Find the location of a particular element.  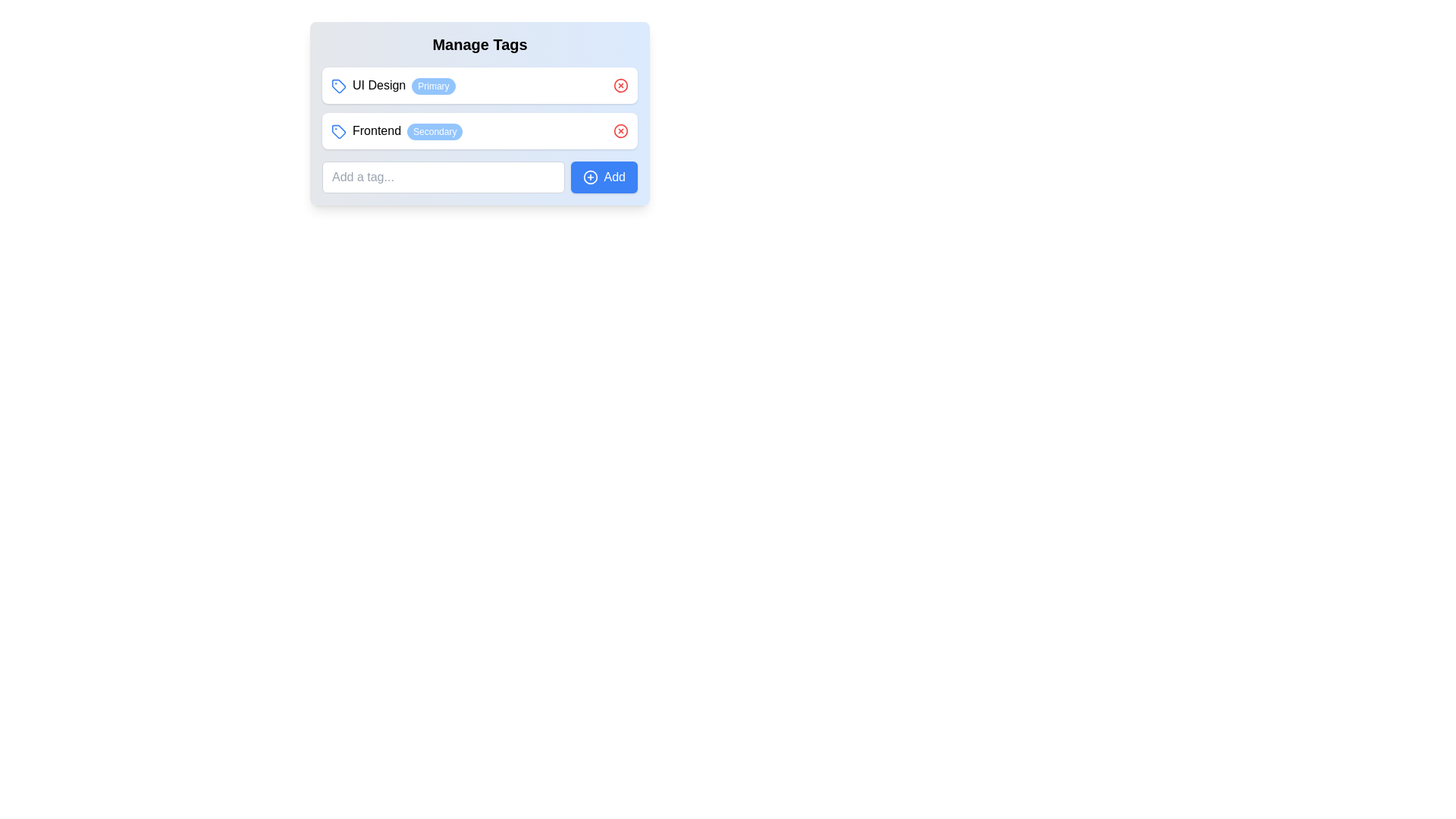

the SVG circle element with a plus symbol inside it located in the 'Manage Tags' panel, next to the 'Add' button is located at coordinates (589, 177).